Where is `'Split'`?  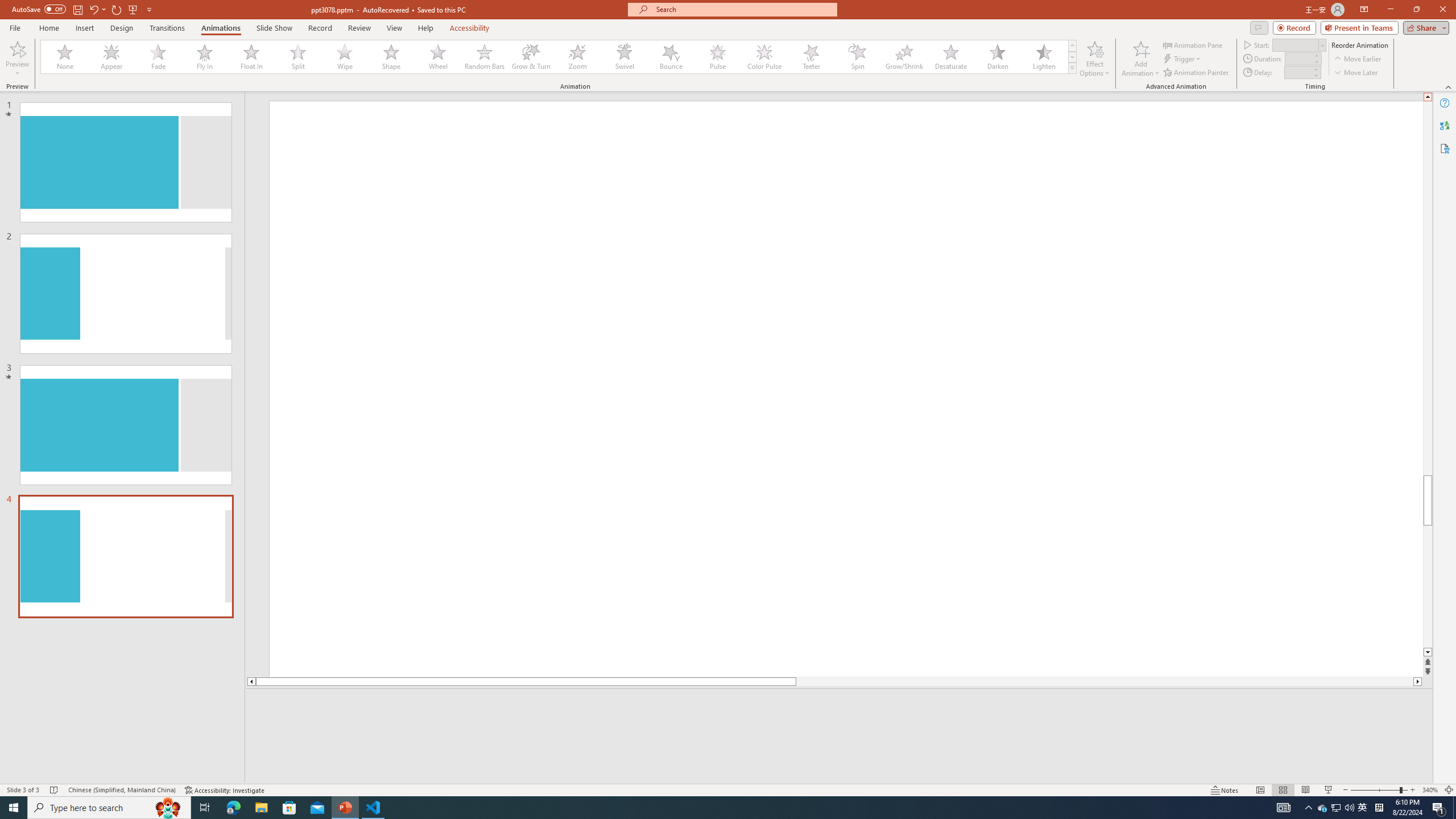
'Split' is located at coordinates (297, 56).